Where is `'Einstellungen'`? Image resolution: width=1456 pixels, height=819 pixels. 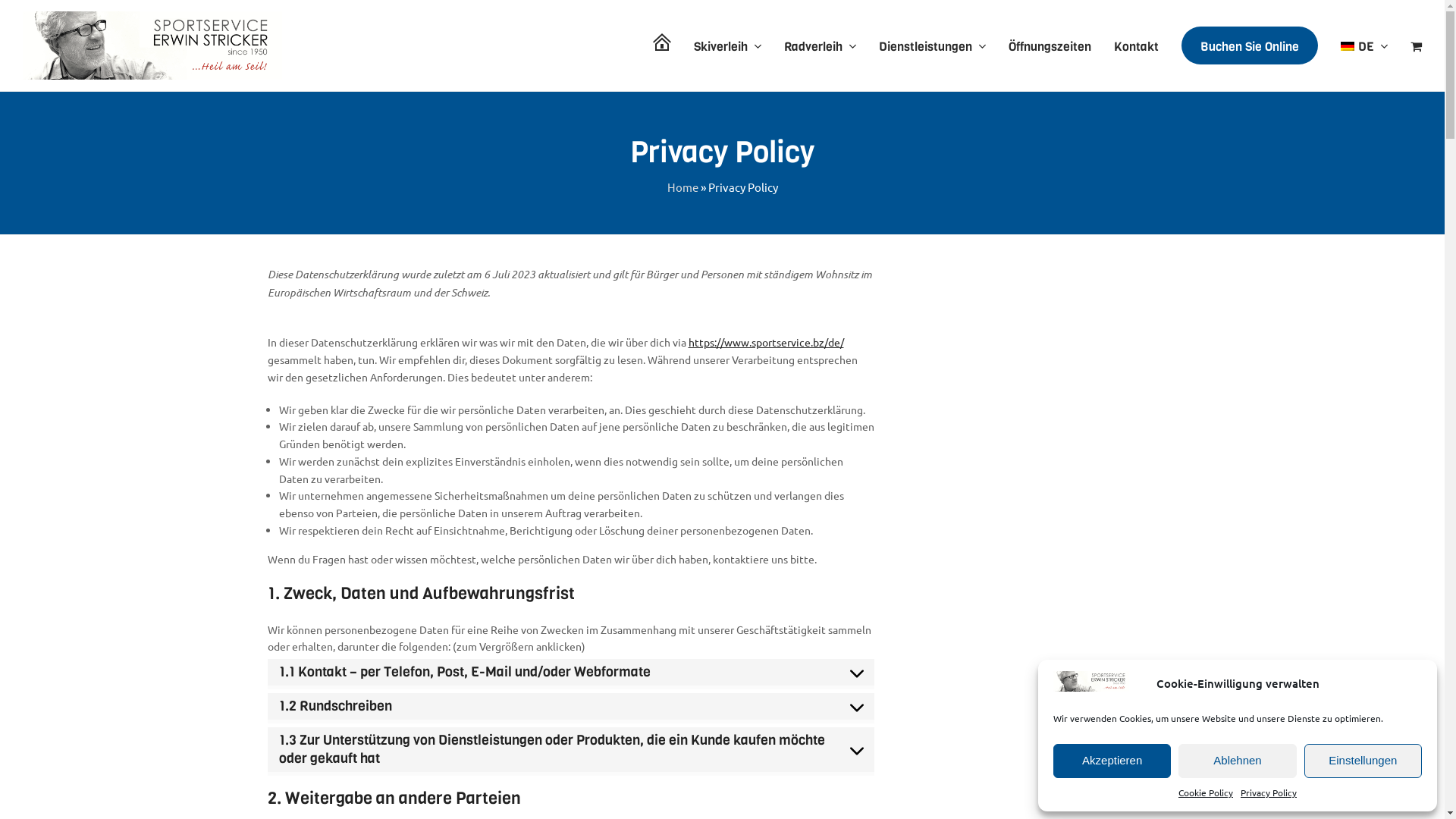
'Einstellungen' is located at coordinates (1363, 760).